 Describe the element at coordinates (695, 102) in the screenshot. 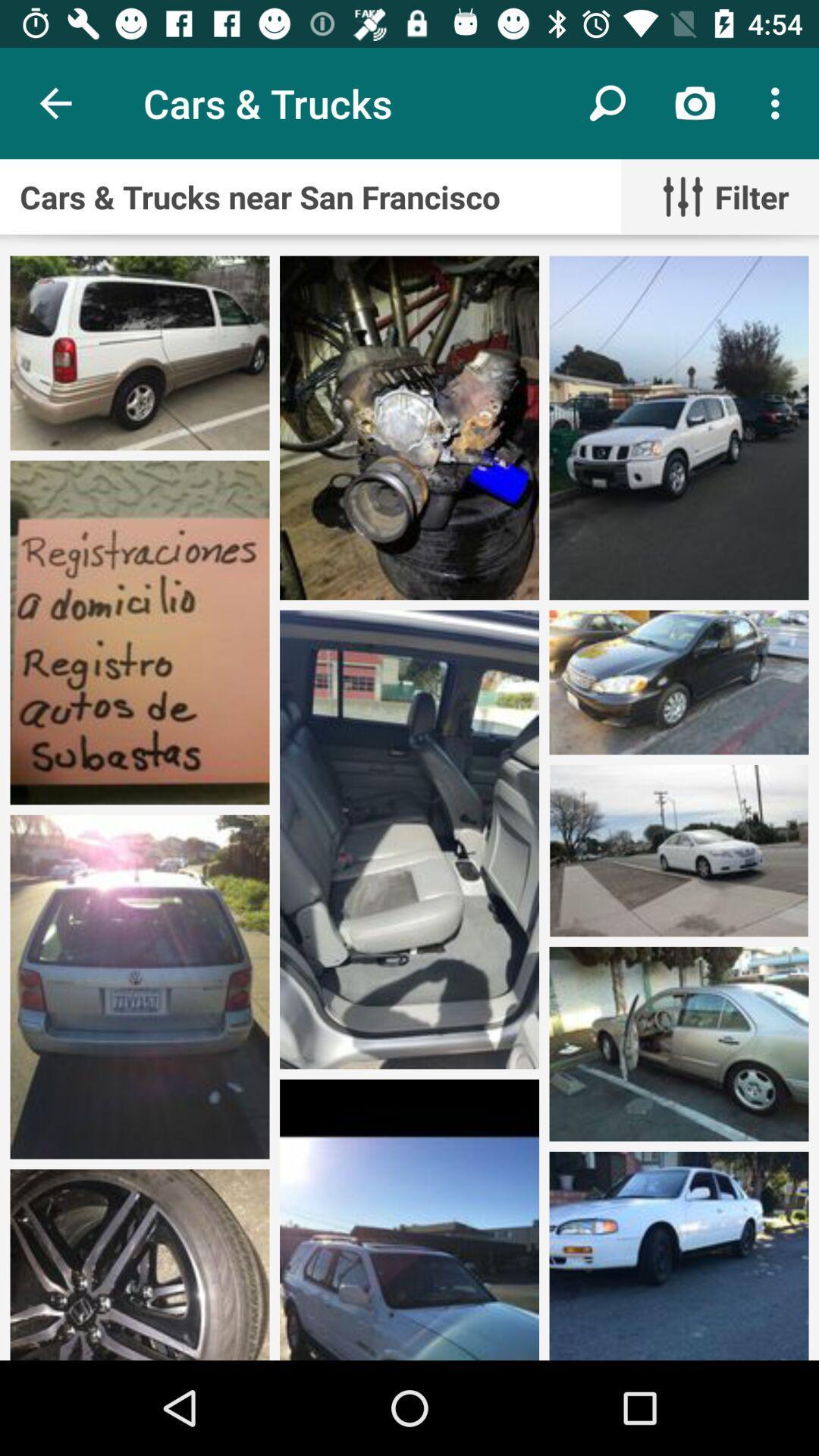

I see `the icon above cars trucks near item` at that location.